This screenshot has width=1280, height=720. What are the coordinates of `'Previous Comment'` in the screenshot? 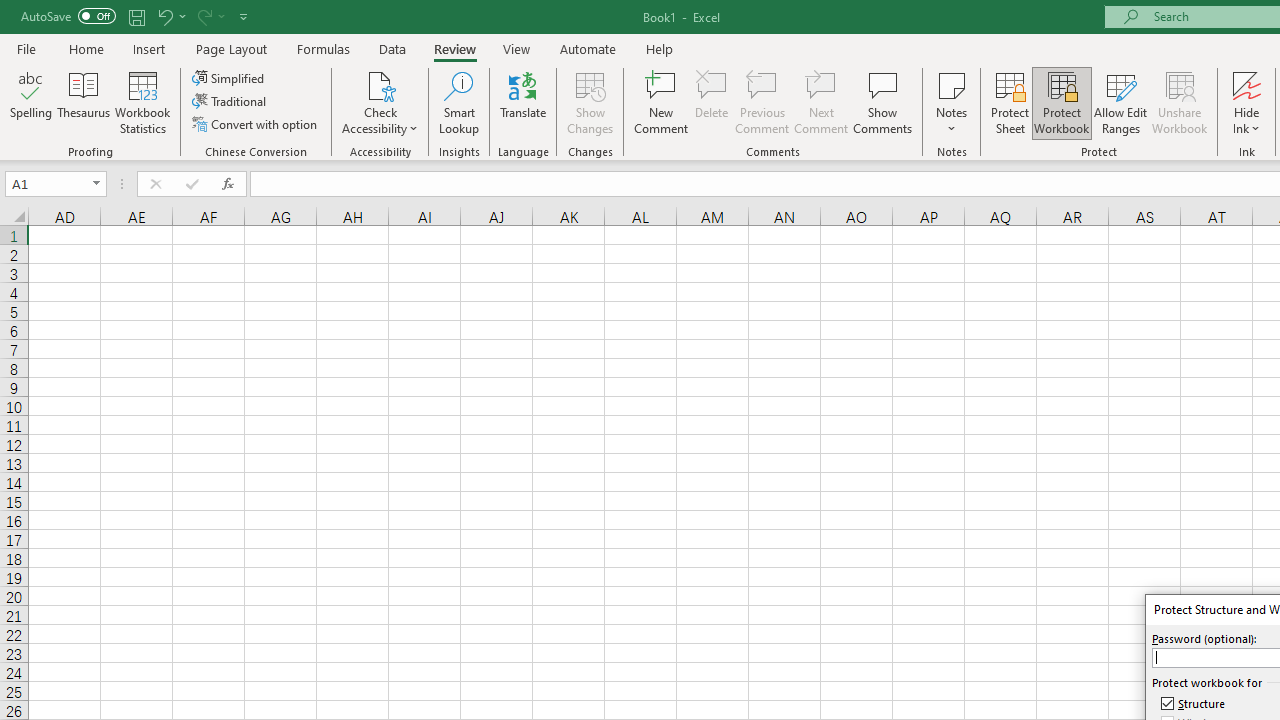 It's located at (761, 103).